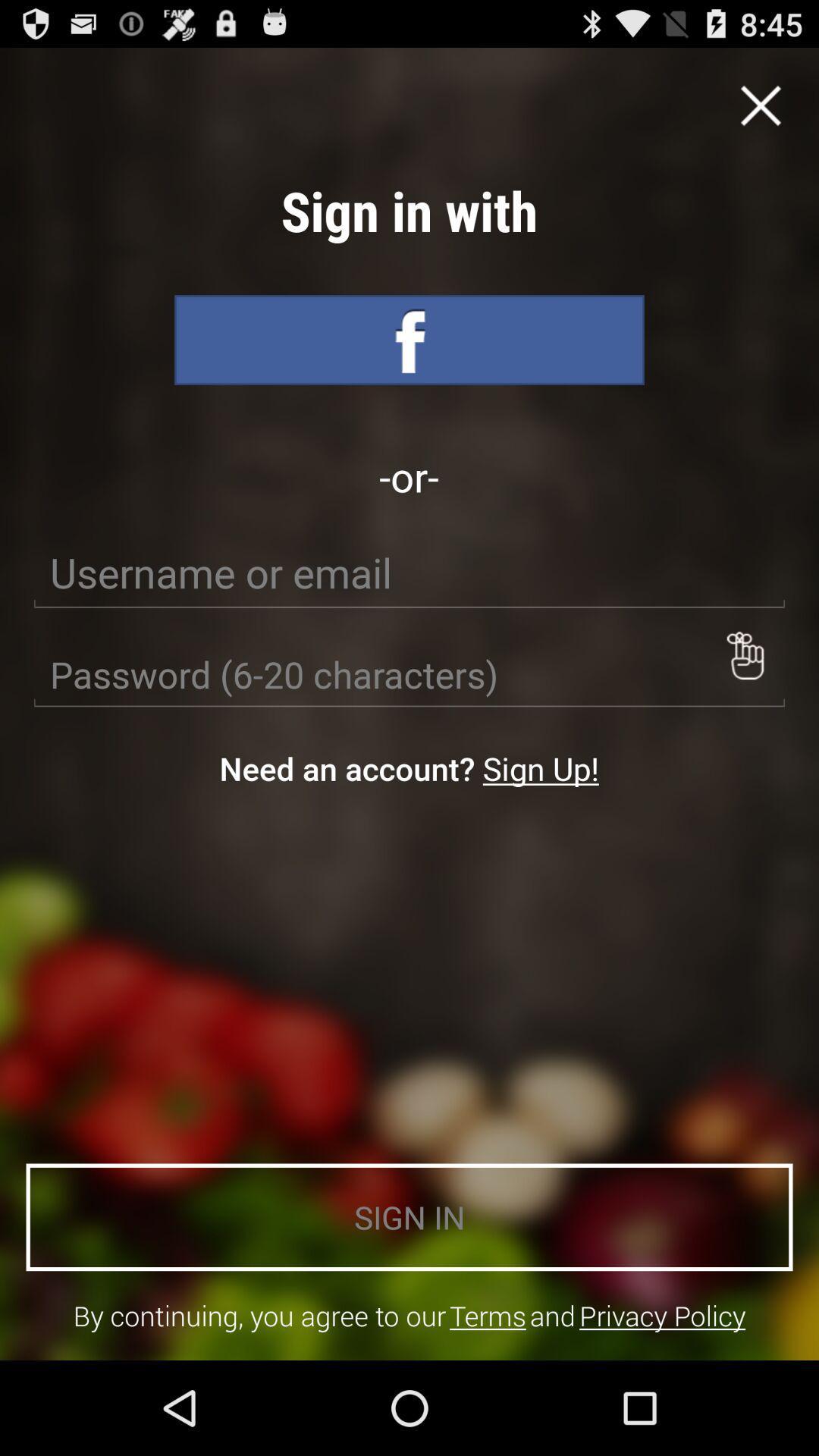  What do you see at coordinates (488, 1315) in the screenshot?
I see `item to the left of the and item` at bounding box center [488, 1315].